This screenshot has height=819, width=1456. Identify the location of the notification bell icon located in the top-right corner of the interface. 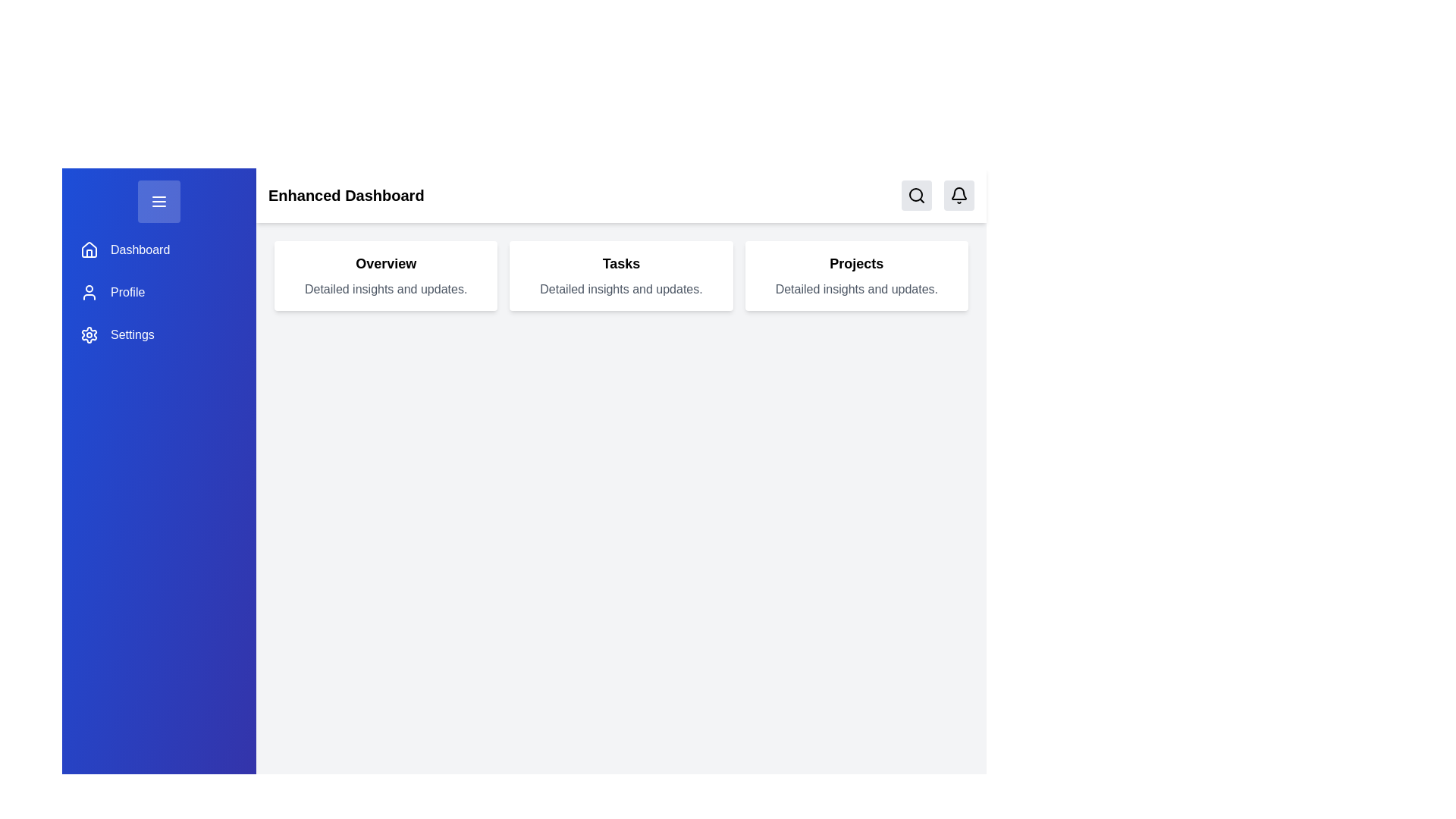
(959, 195).